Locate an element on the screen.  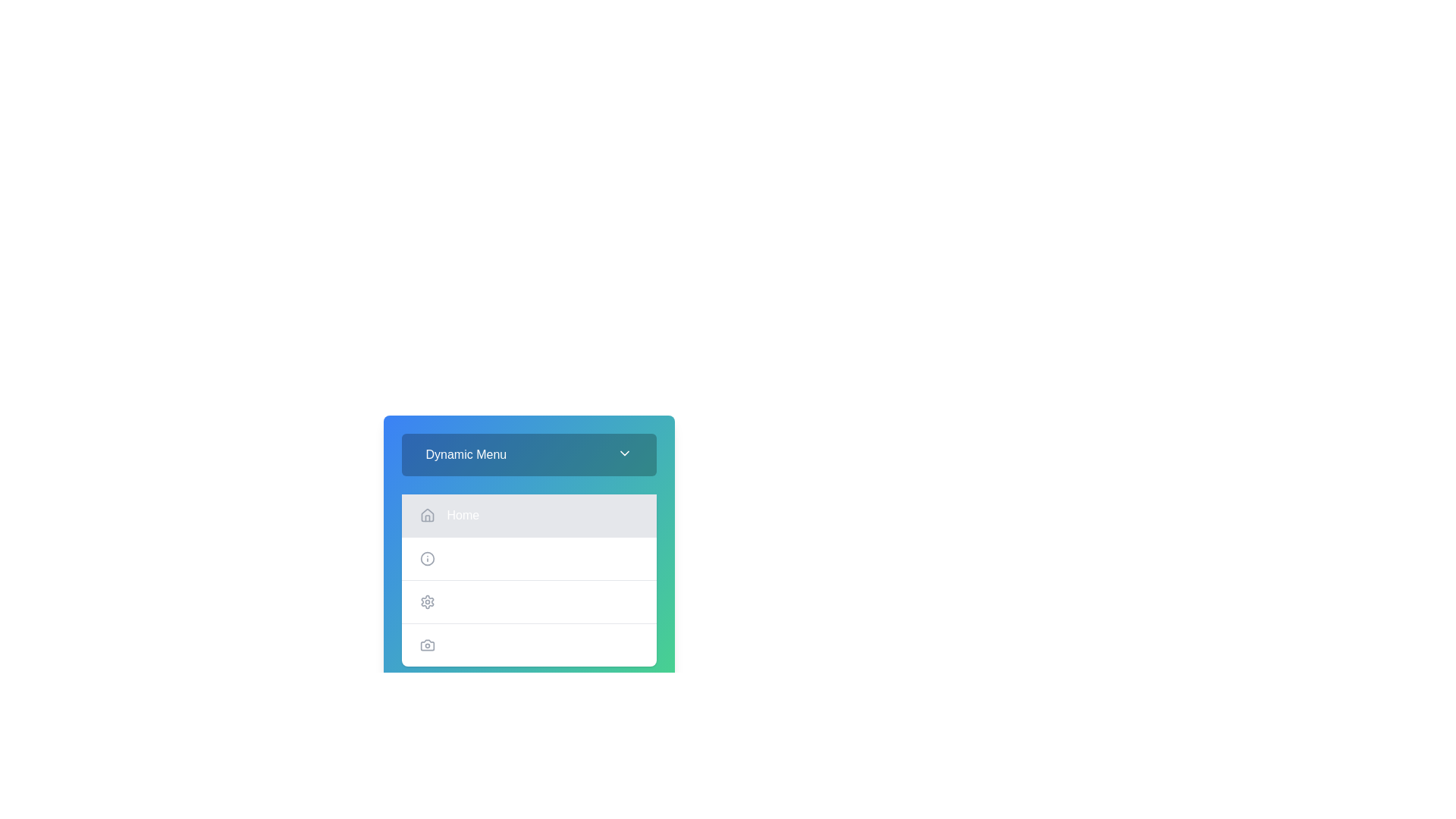
the 'information' icon located in the left section of the 'Information' row within a vertical list-style menu, positioned below 'Home' and above the cogwheel icon is located at coordinates (426, 558).